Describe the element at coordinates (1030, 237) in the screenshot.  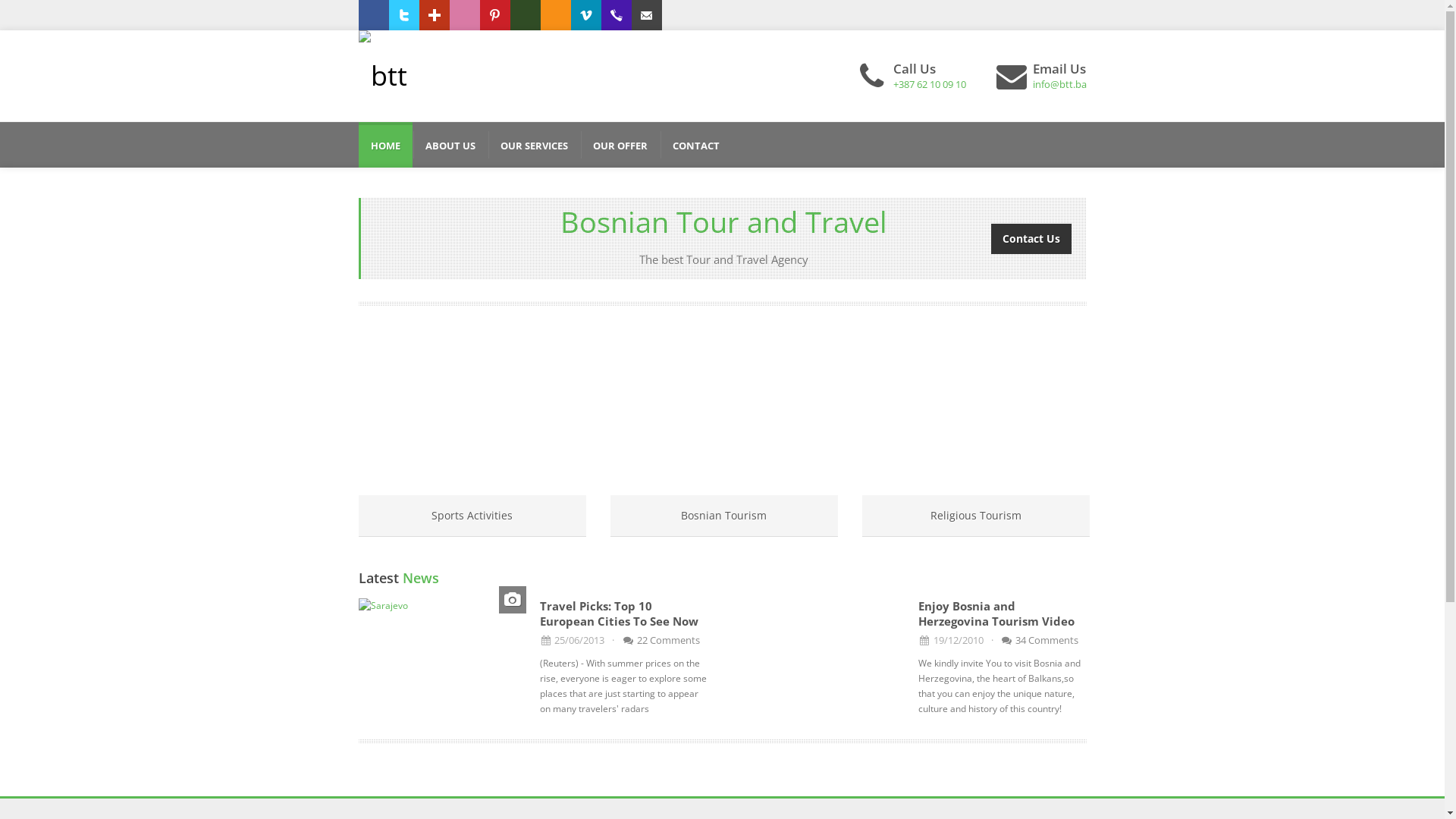
I see `'Contact Us'` at that location.